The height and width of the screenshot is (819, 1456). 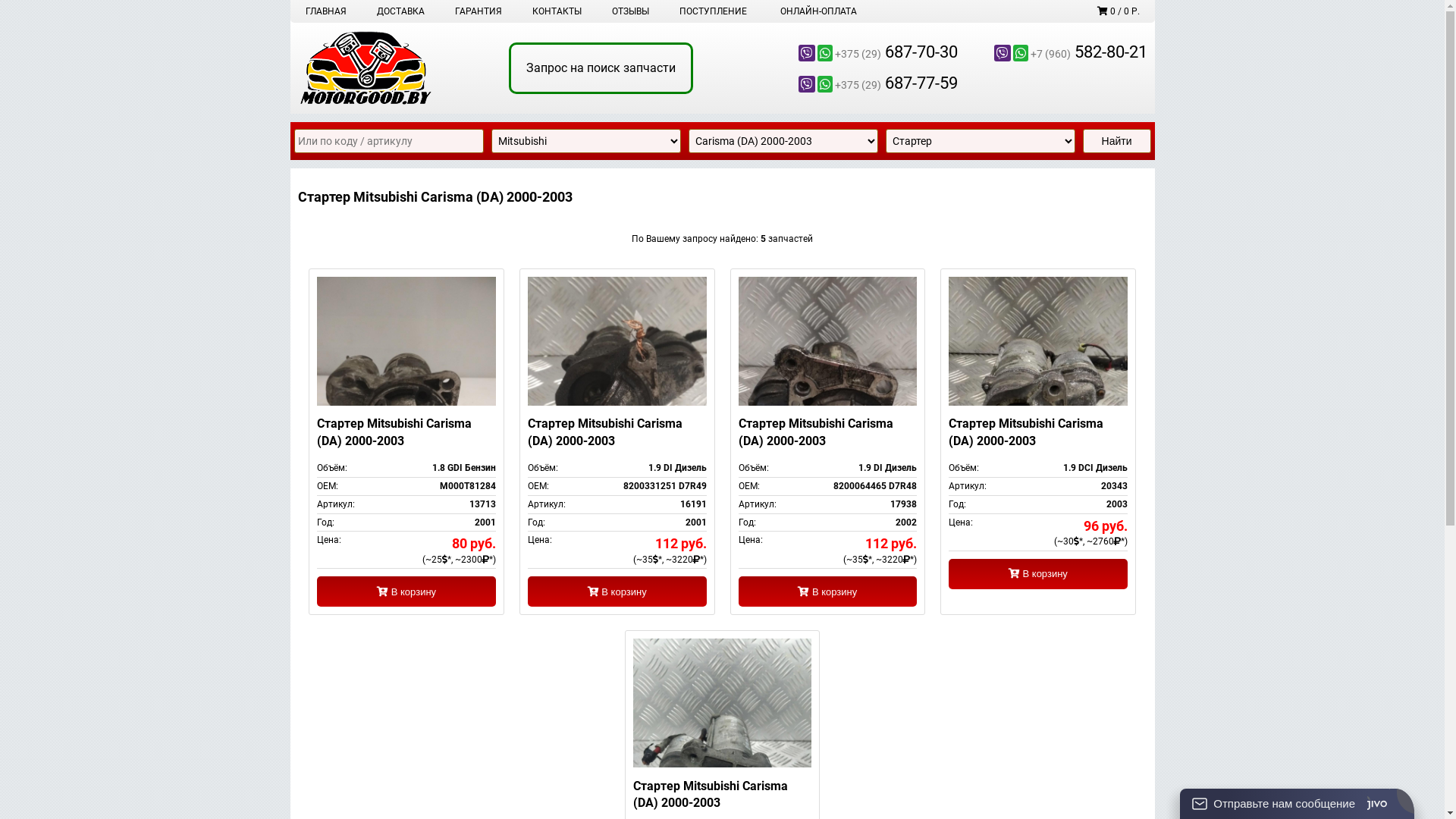 I want to click on '+375 (29) 687-77-59', so click(x=862, y=83).